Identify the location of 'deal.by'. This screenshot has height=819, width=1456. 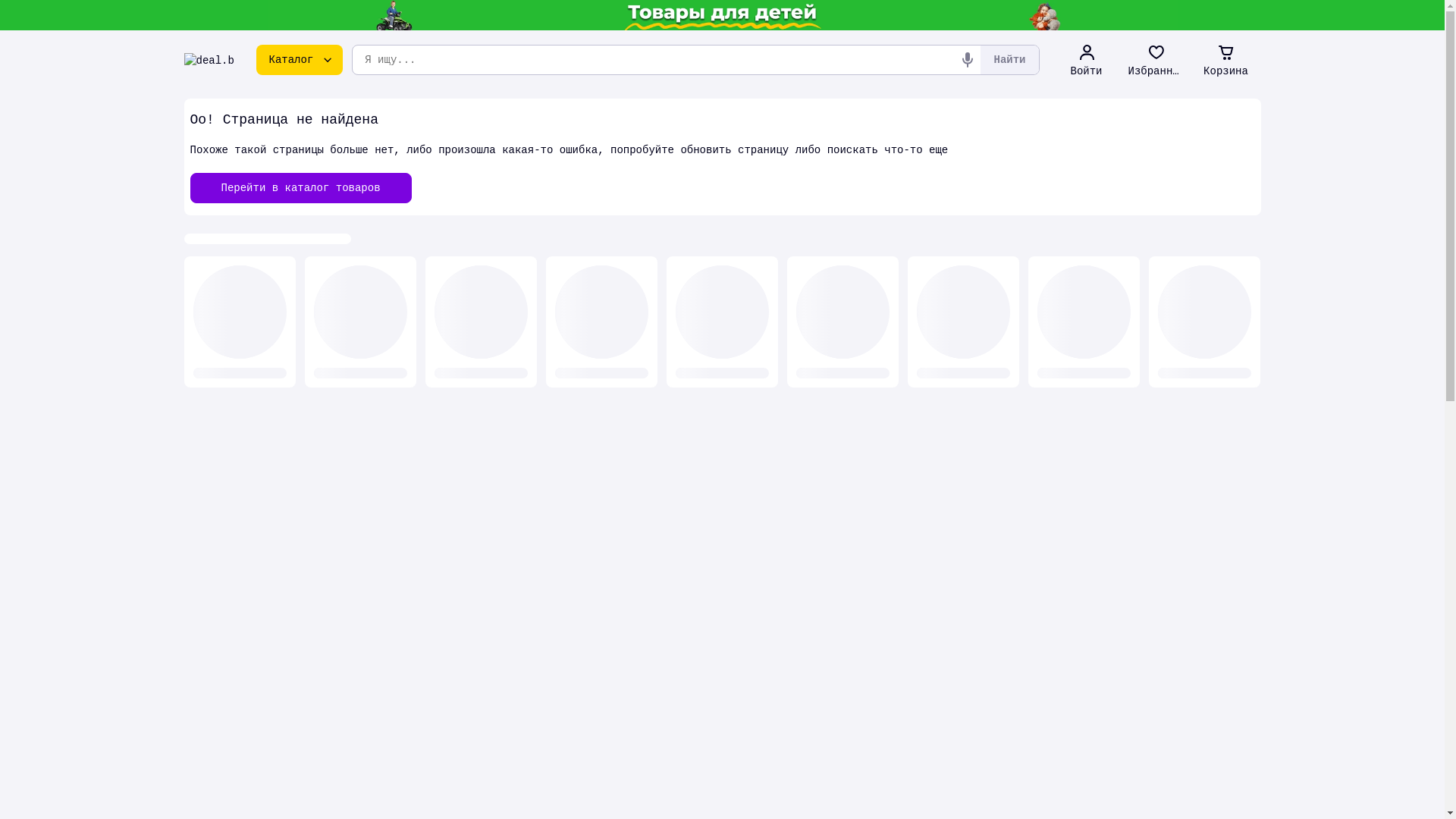
(208, 58).